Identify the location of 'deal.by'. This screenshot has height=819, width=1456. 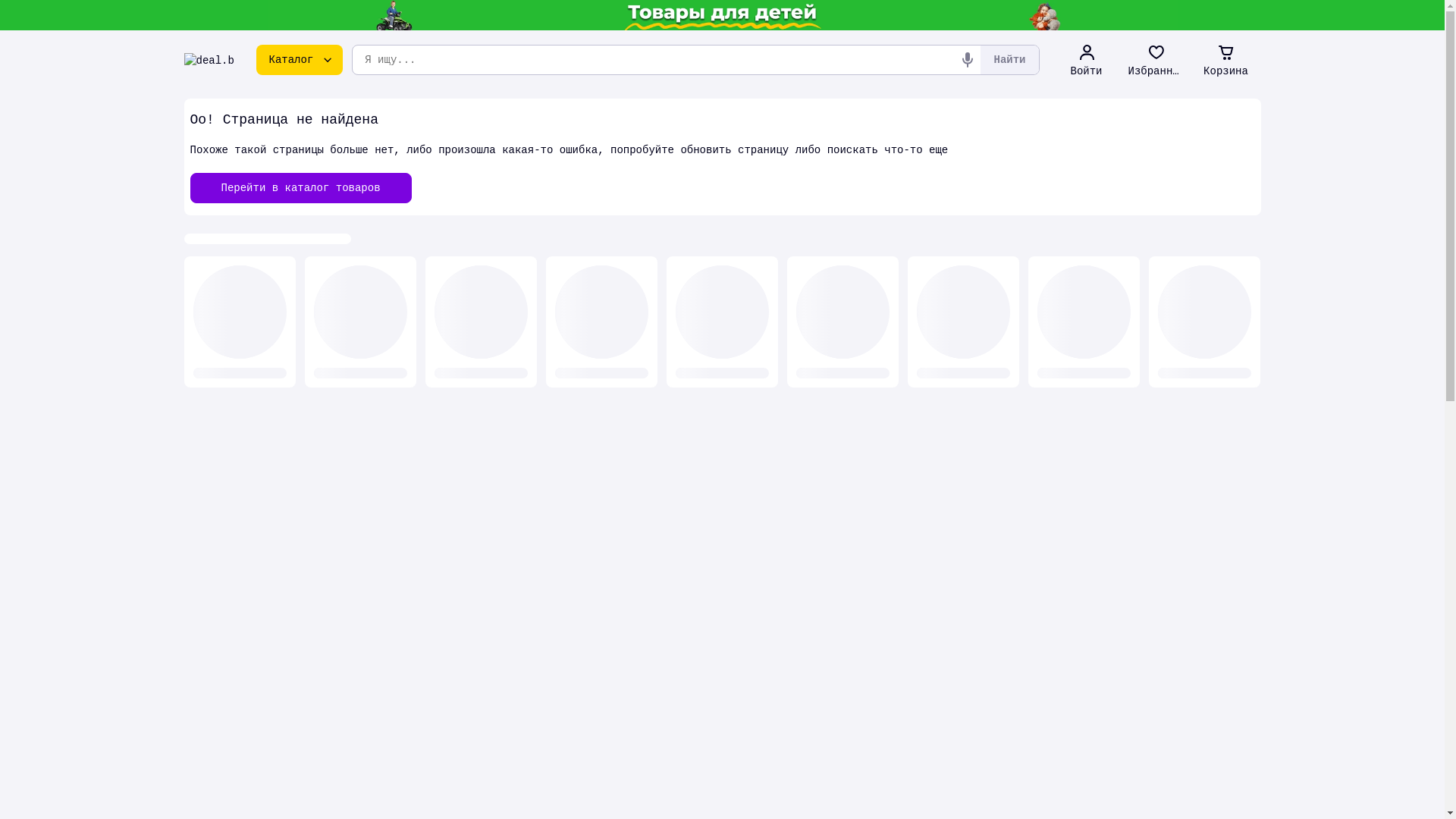
(208, 58).